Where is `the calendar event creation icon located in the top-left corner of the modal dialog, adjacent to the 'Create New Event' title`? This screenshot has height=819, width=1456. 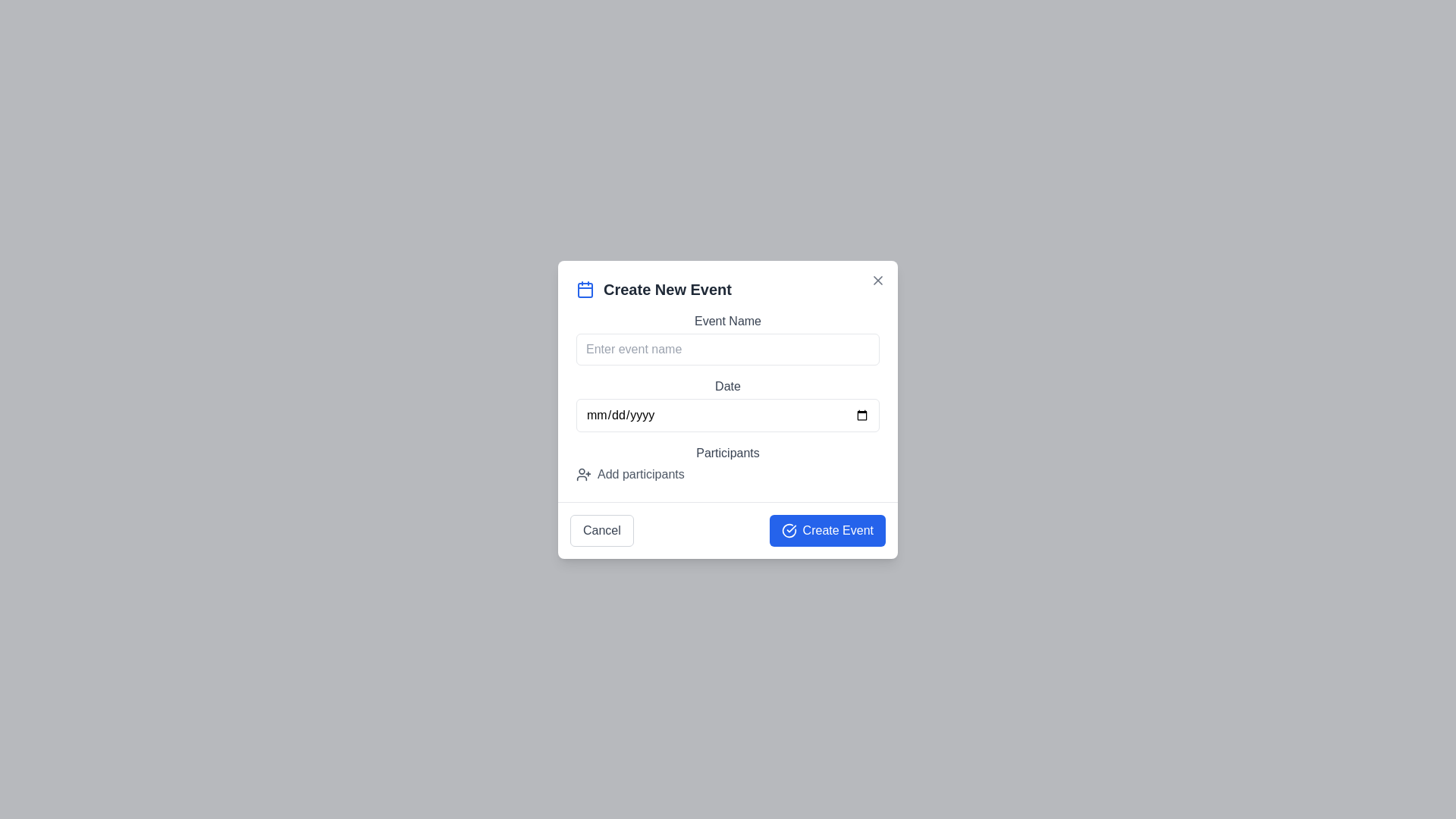
the calendar event creation icon located in the top-left corner of the modal dialog, adjacent to the 'Create New Event' title is located at coordinates (585, 289).